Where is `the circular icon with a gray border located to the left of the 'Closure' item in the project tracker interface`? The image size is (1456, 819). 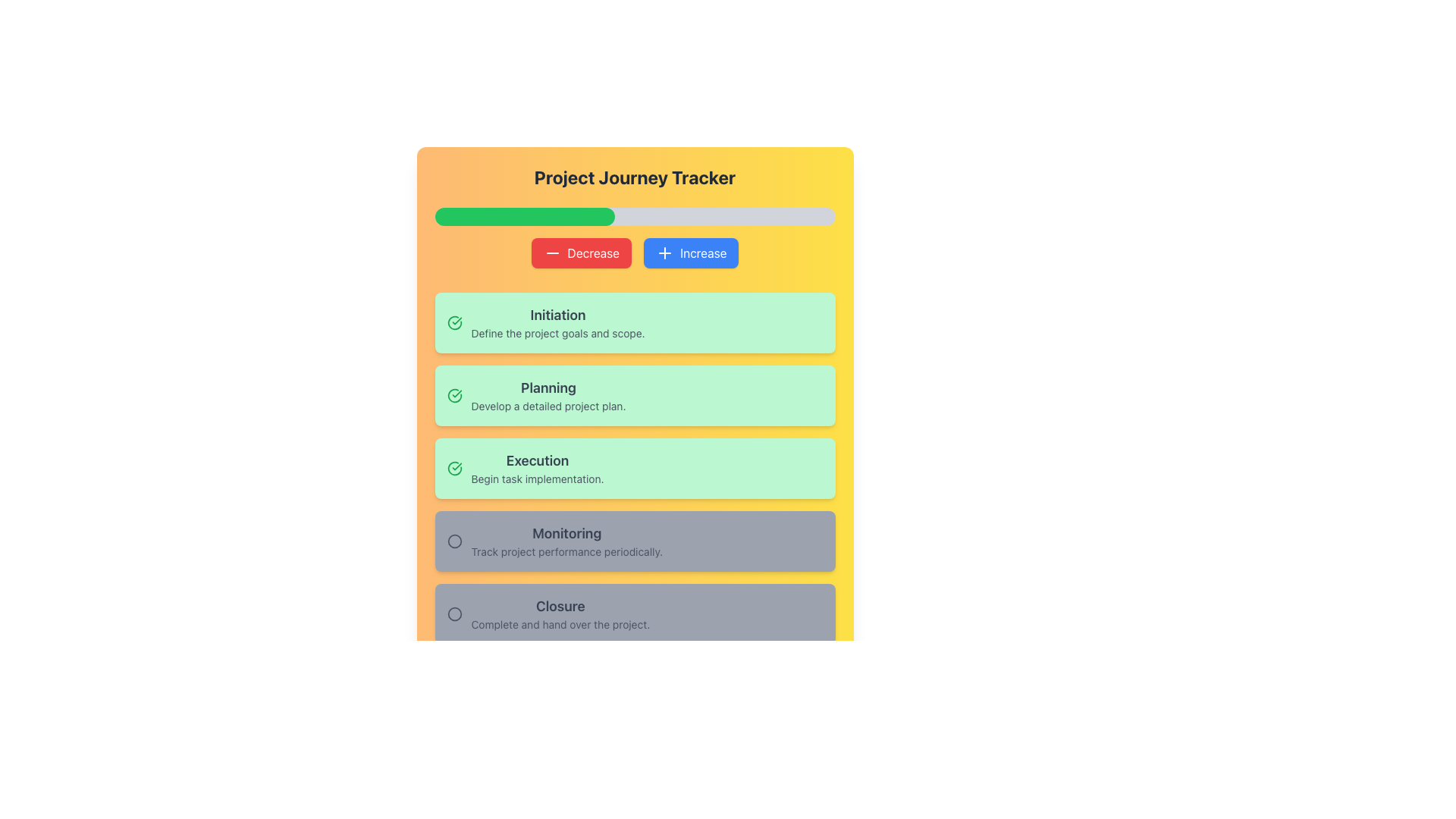 the circular icon with a gray border located to the left of the 'Closure' item in the project tracker interface is located at coordinates (453, 614).